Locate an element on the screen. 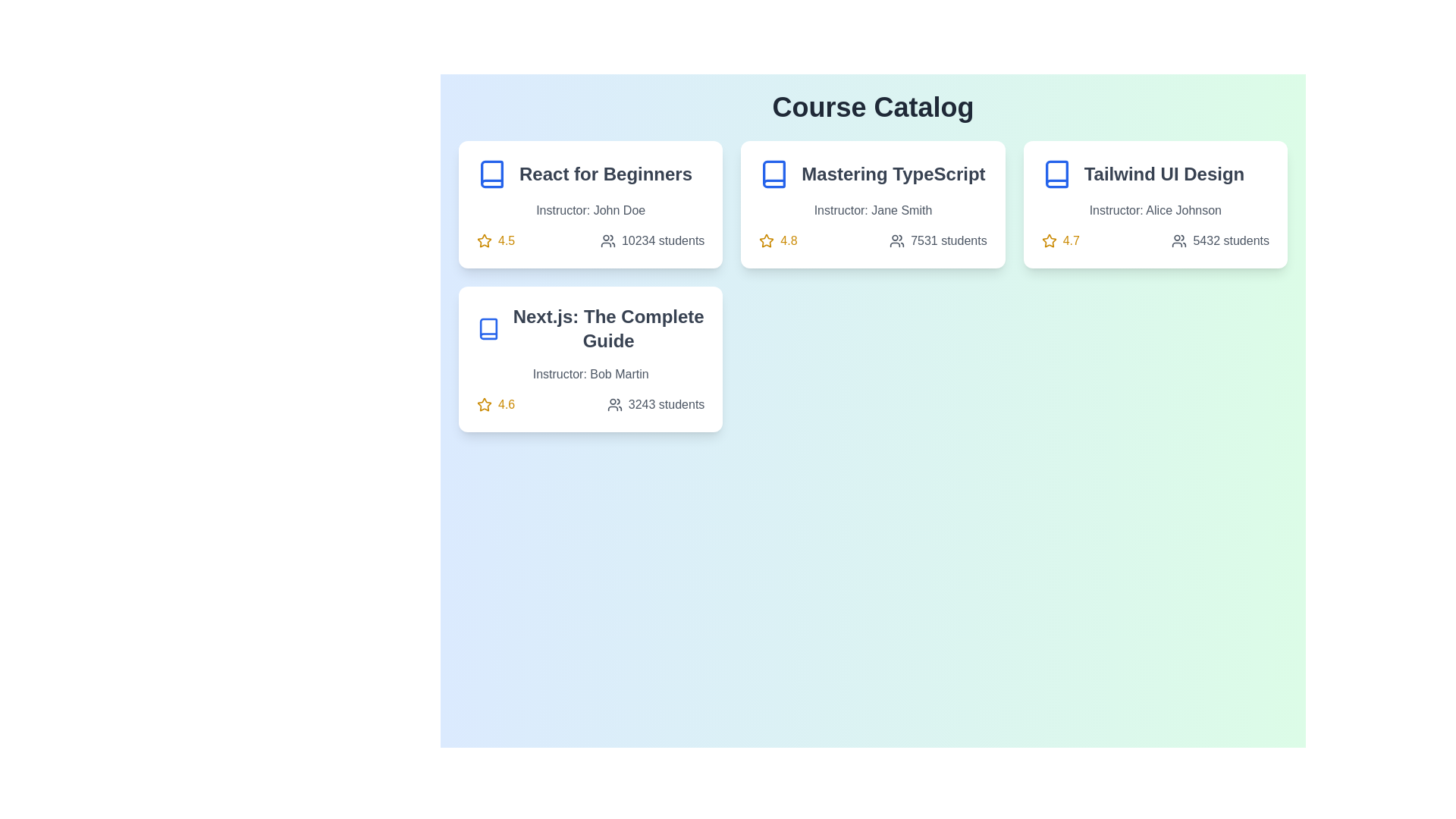 This screenshot has width=1456, height=819. the Icon (SVG graphic) located in the top-left corner of the card layout for the course 'Next.js: The Complete Guide' is located at coordinates (488, 328).